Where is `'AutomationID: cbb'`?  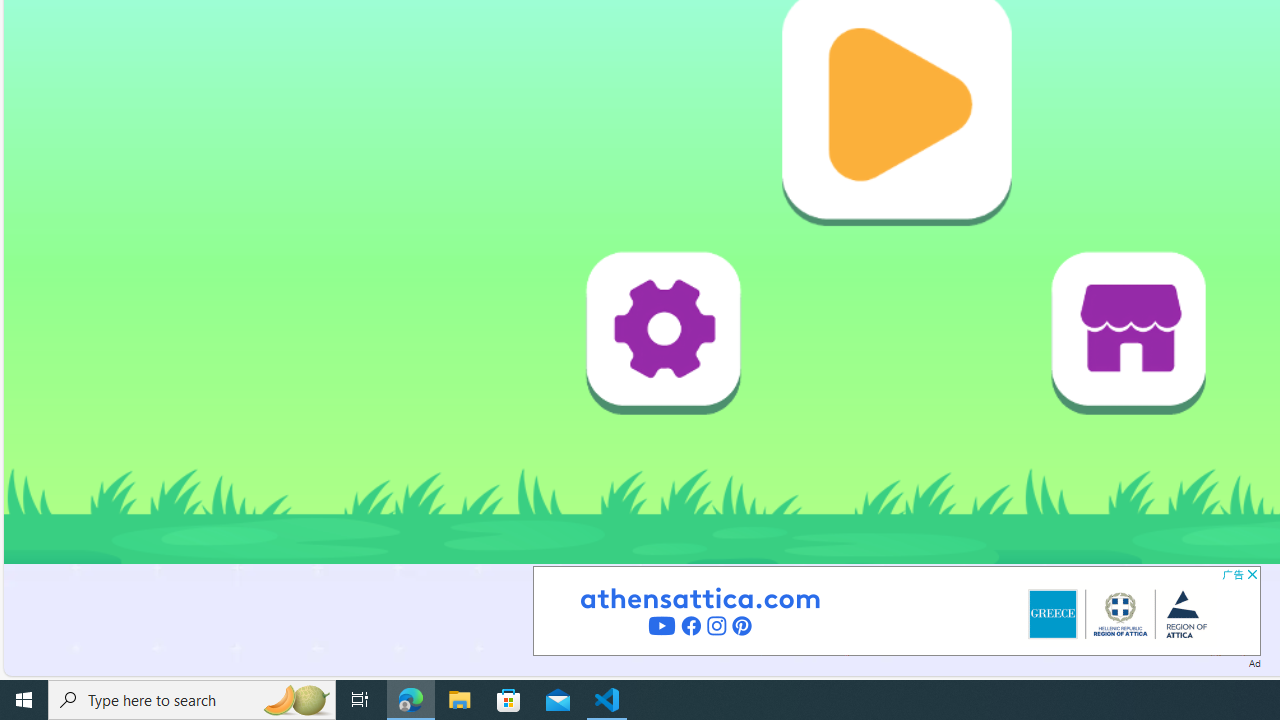 'AutomationID: cbb' is located at coordinates (1251, 574).